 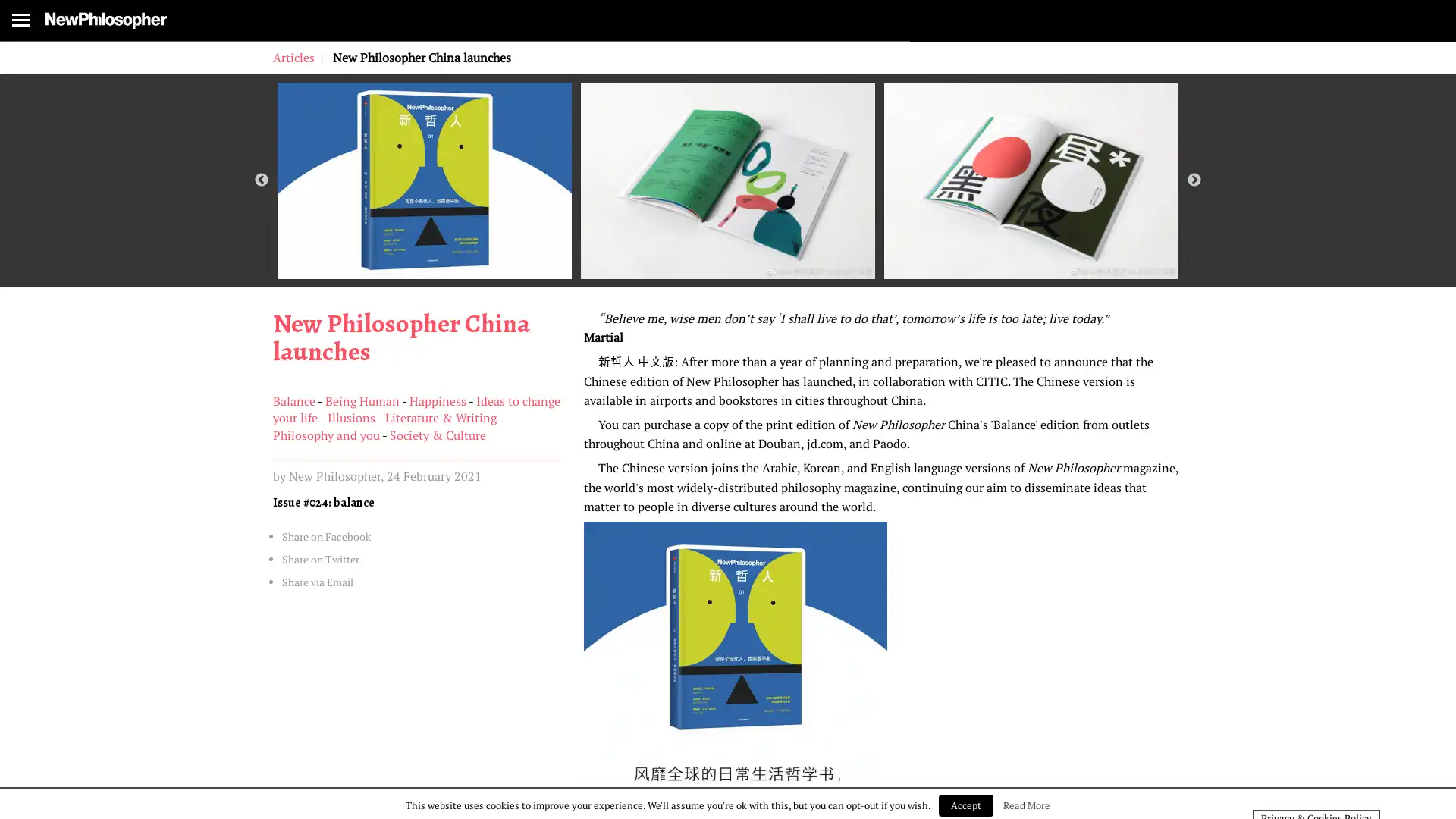 I want to click on Next, so click(x=1193, y=231).